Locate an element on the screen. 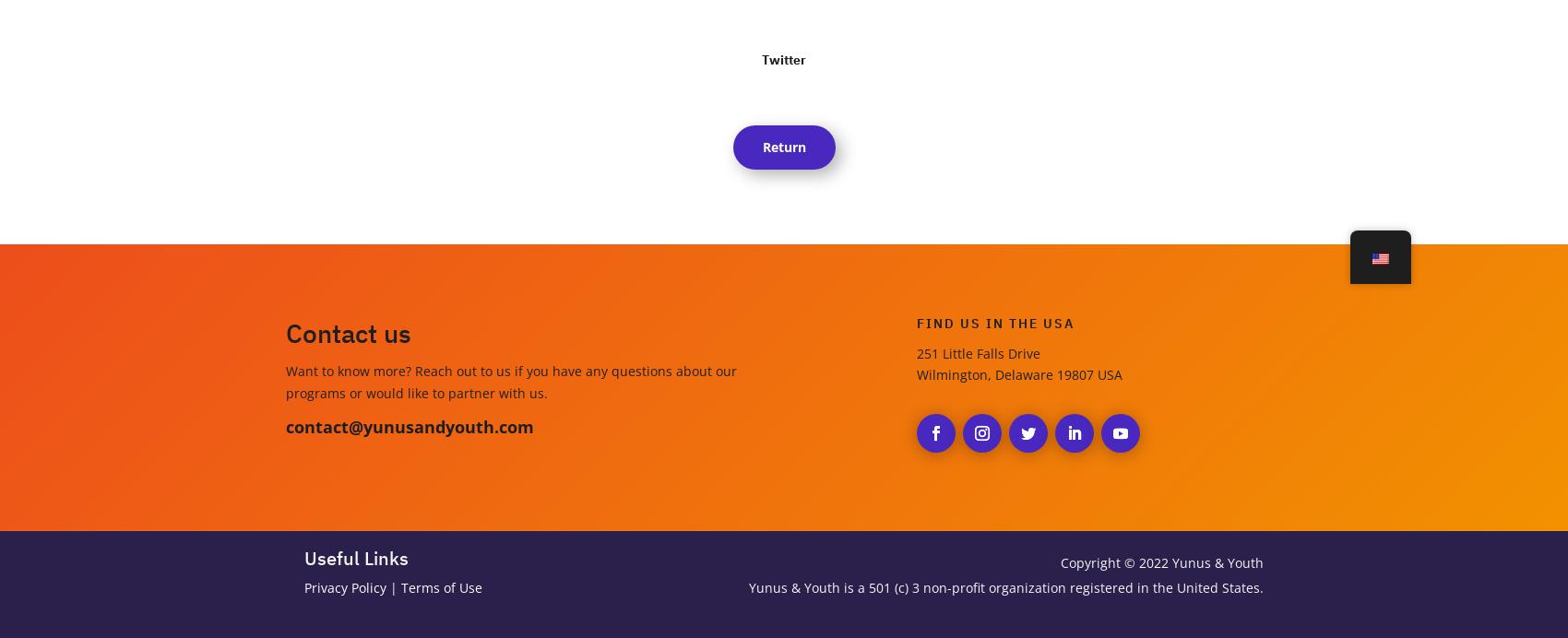 The image size is (1568, 638). 'contact@yunusandyouth.com' is located at coordinates (410, 425).